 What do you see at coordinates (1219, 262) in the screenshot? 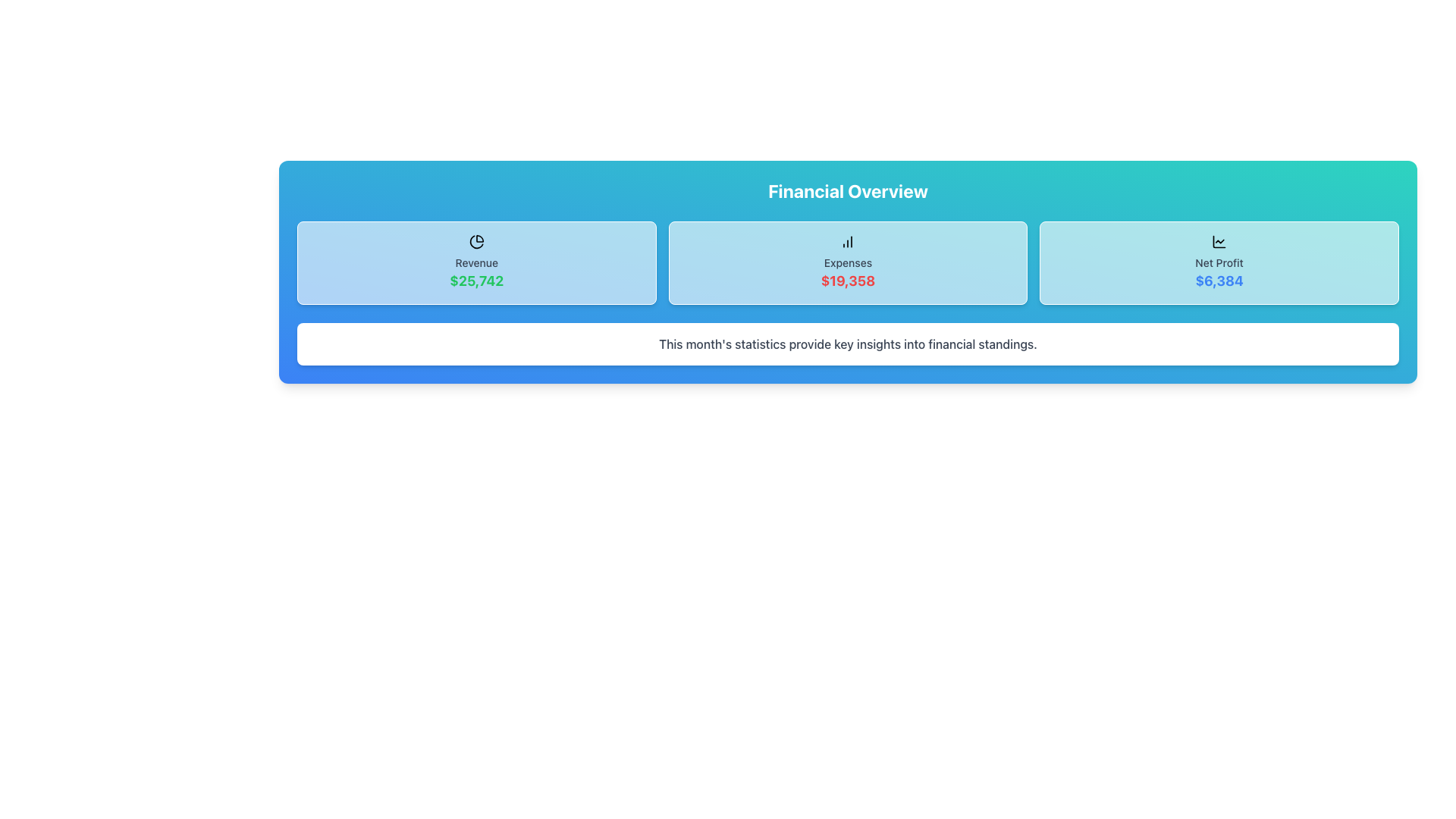
I see `the displayed information on the summary card UI component for 'Net Profit', which is the rightmost card in a row of three summary widgets` at bounding box center [1219, 262].